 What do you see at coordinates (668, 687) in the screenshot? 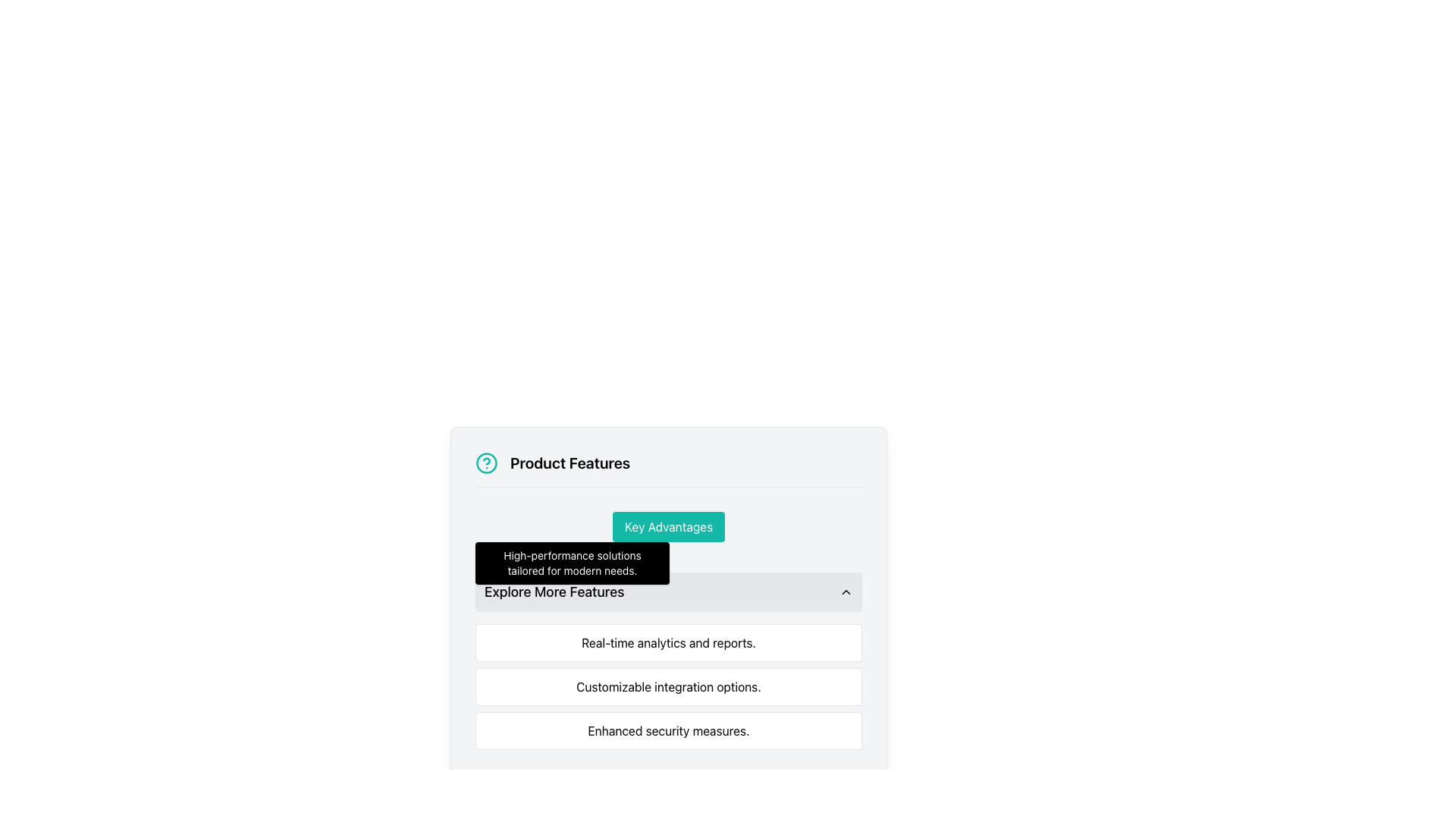
I see `the informative text block that details one of the features offered, which is the second item in the 'Explore More Features' list` at bounding box center [668, 687].